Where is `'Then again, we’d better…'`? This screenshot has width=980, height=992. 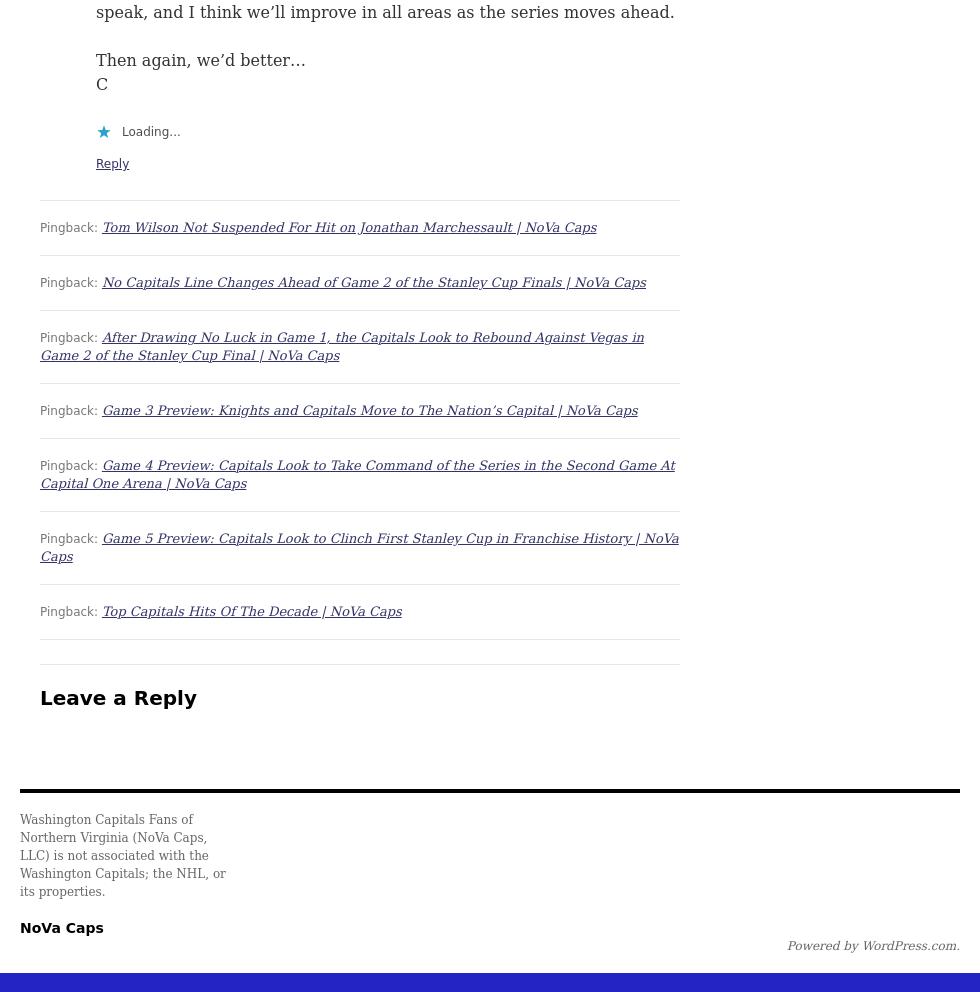
'Then again, we’d better…' is located at coordinates (200, 60).